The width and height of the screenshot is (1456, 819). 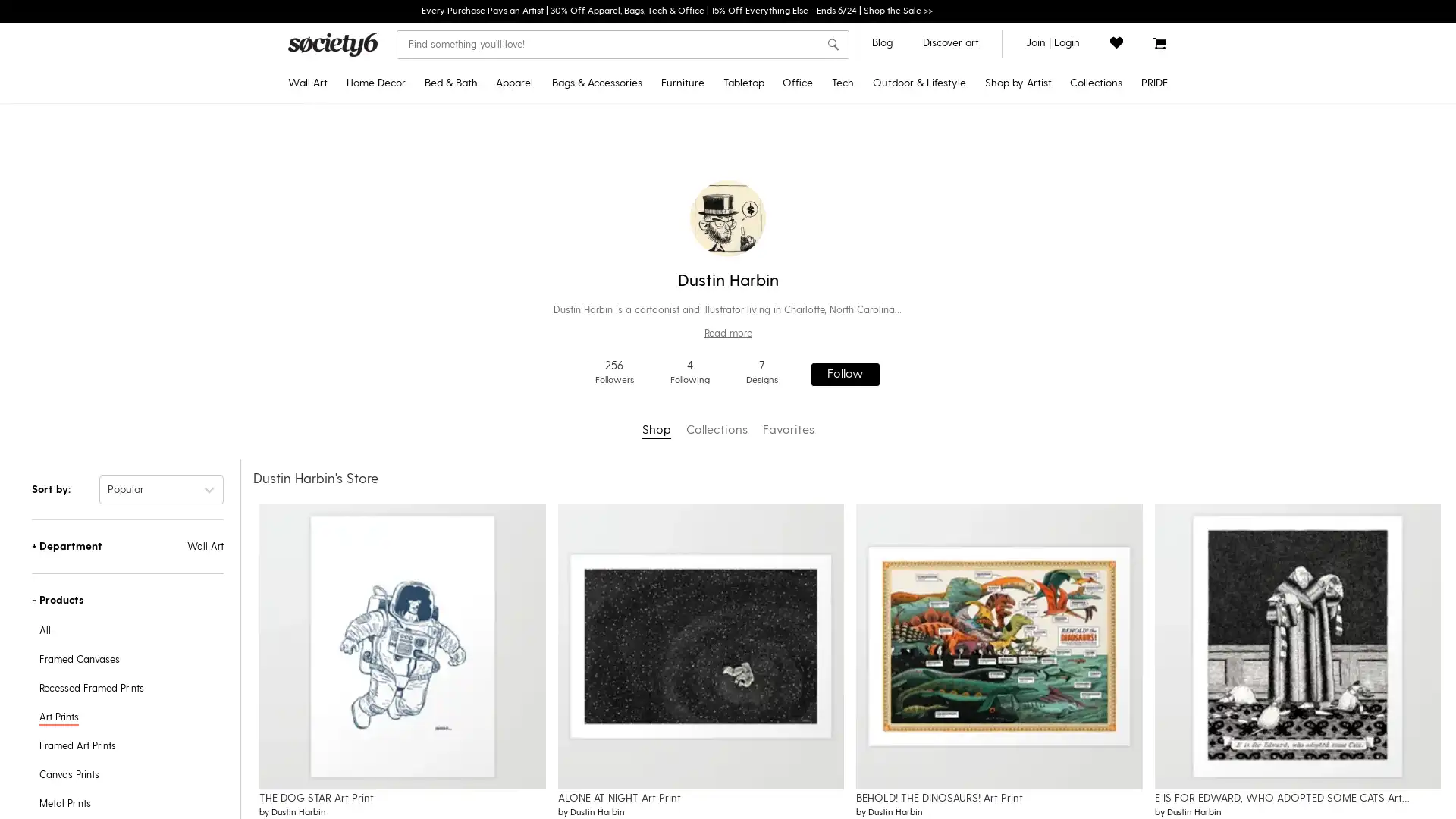 I want to click on Discover Black Artists, so click(x=1040, y=195).